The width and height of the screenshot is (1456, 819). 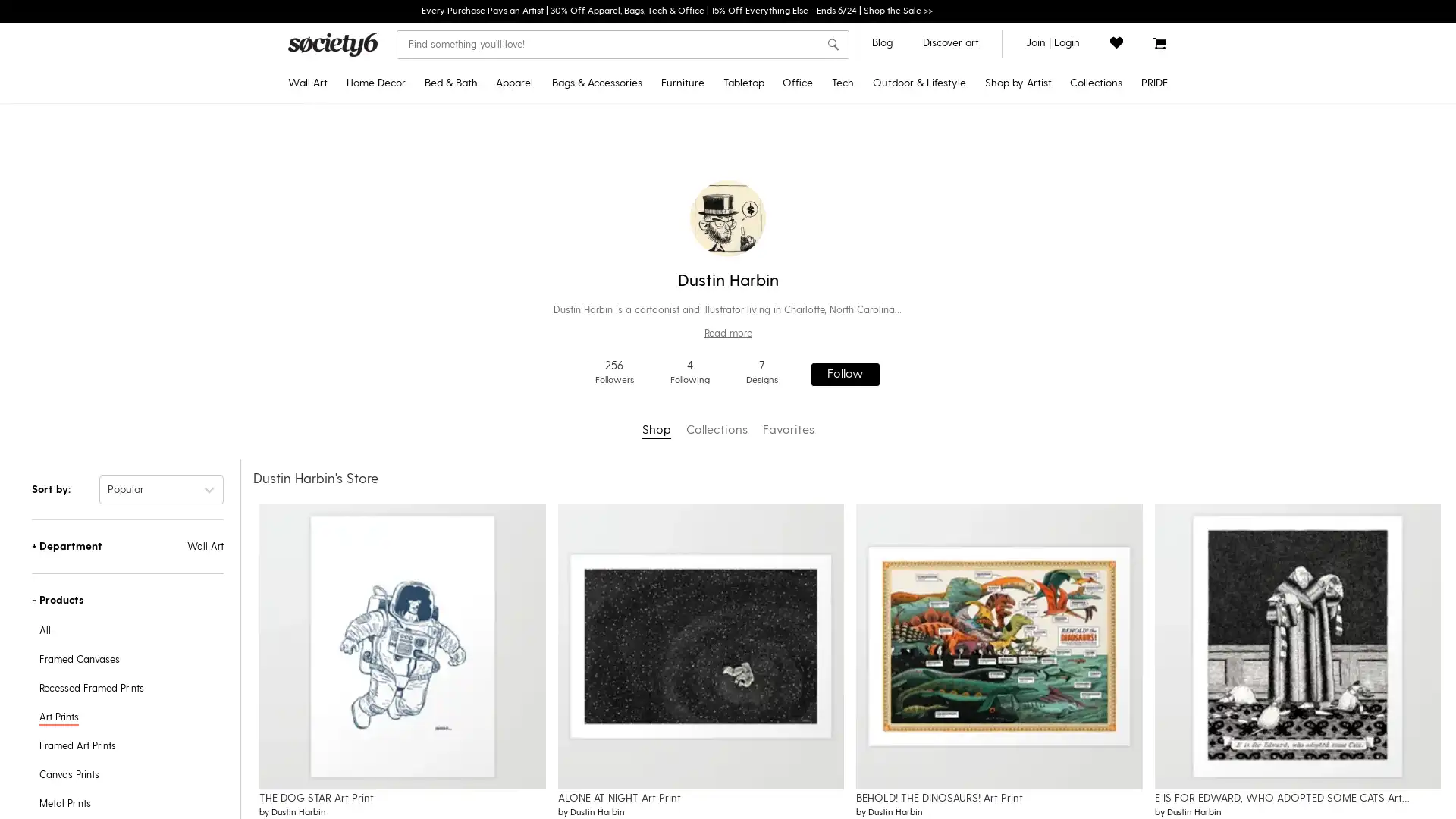 I want to click on Discover Black Artists, so click(x=1040, y=195).